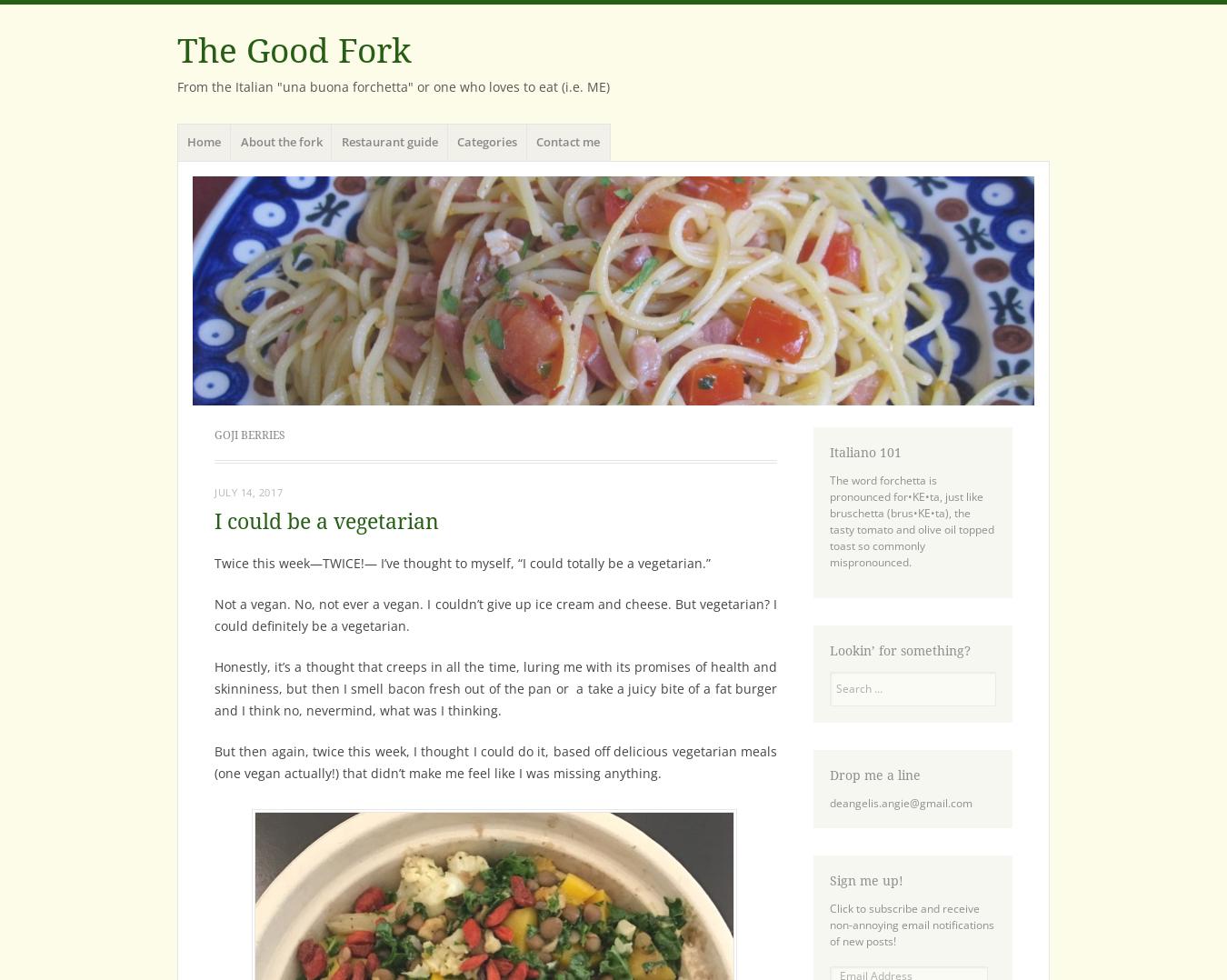  Describe the element at coordinates (247, 491) in the screenshot. I see `'July 14, 2017'` at that location.